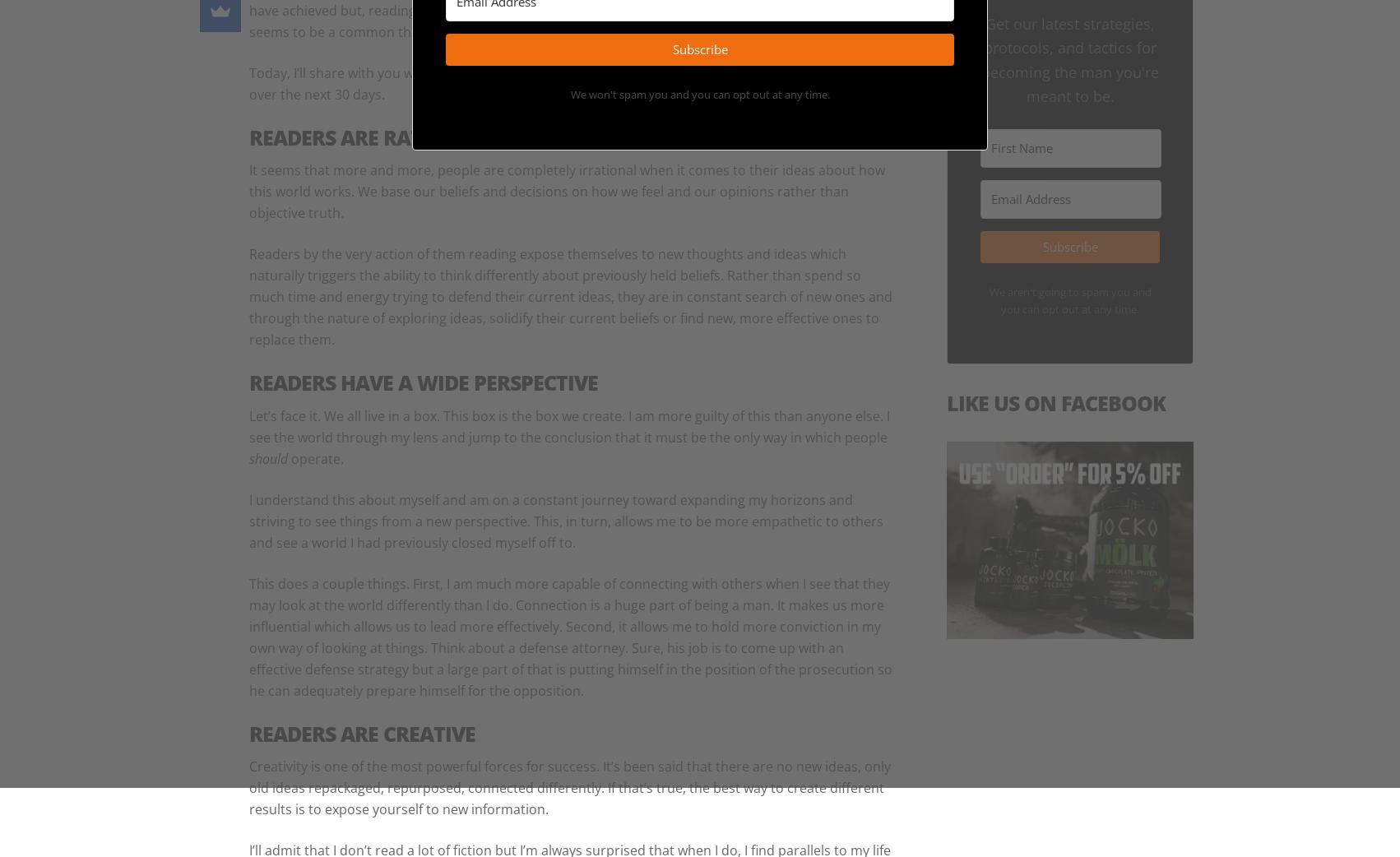  What do you see at coordinates (1055, 402) in the screenshot?
I see `'Like Us On Facebook'` at bounding box center [1055, 402].